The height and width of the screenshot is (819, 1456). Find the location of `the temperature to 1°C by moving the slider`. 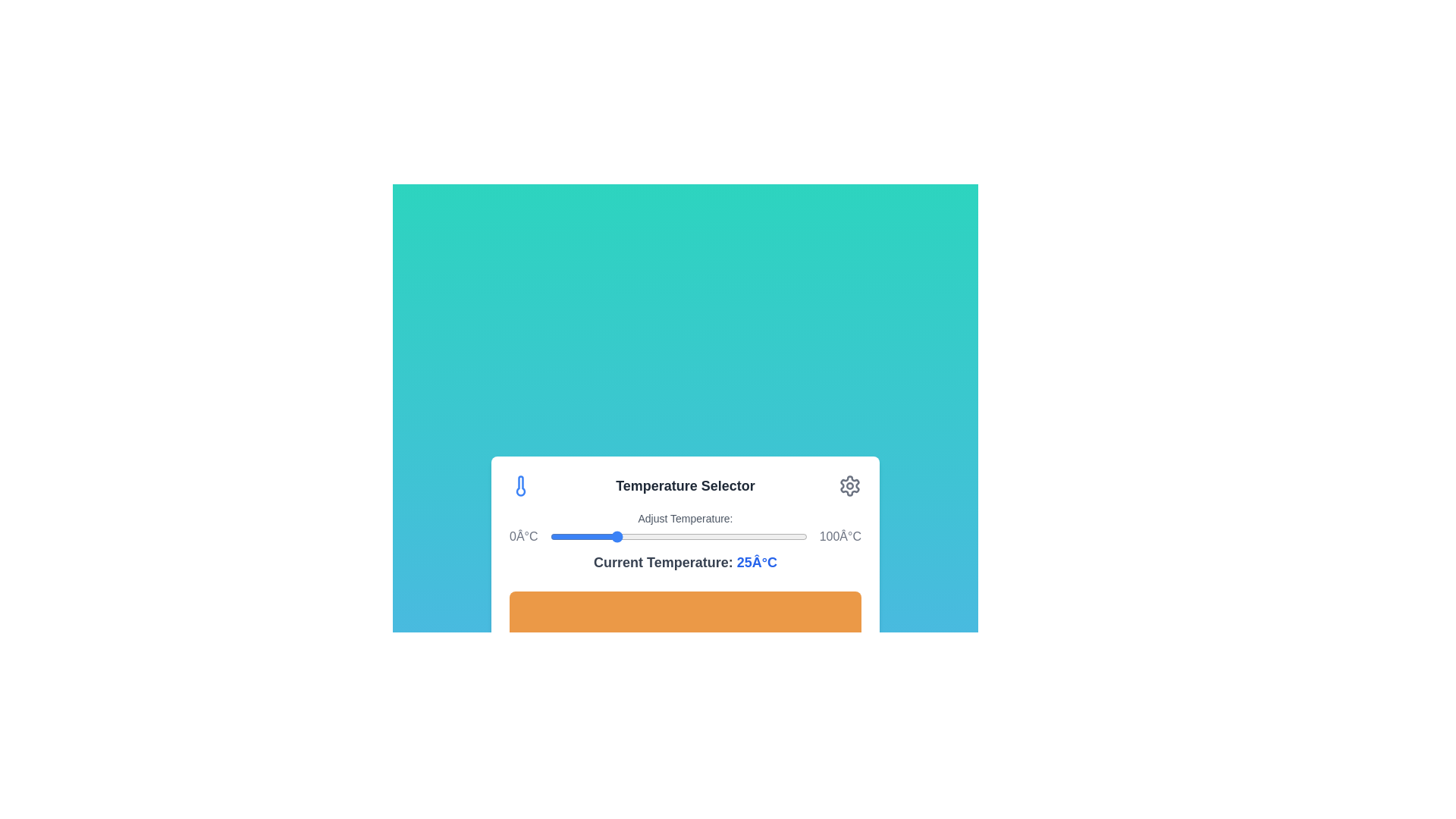

the temperature to 1°C by moving the slider is located at coordinates (551, 536).